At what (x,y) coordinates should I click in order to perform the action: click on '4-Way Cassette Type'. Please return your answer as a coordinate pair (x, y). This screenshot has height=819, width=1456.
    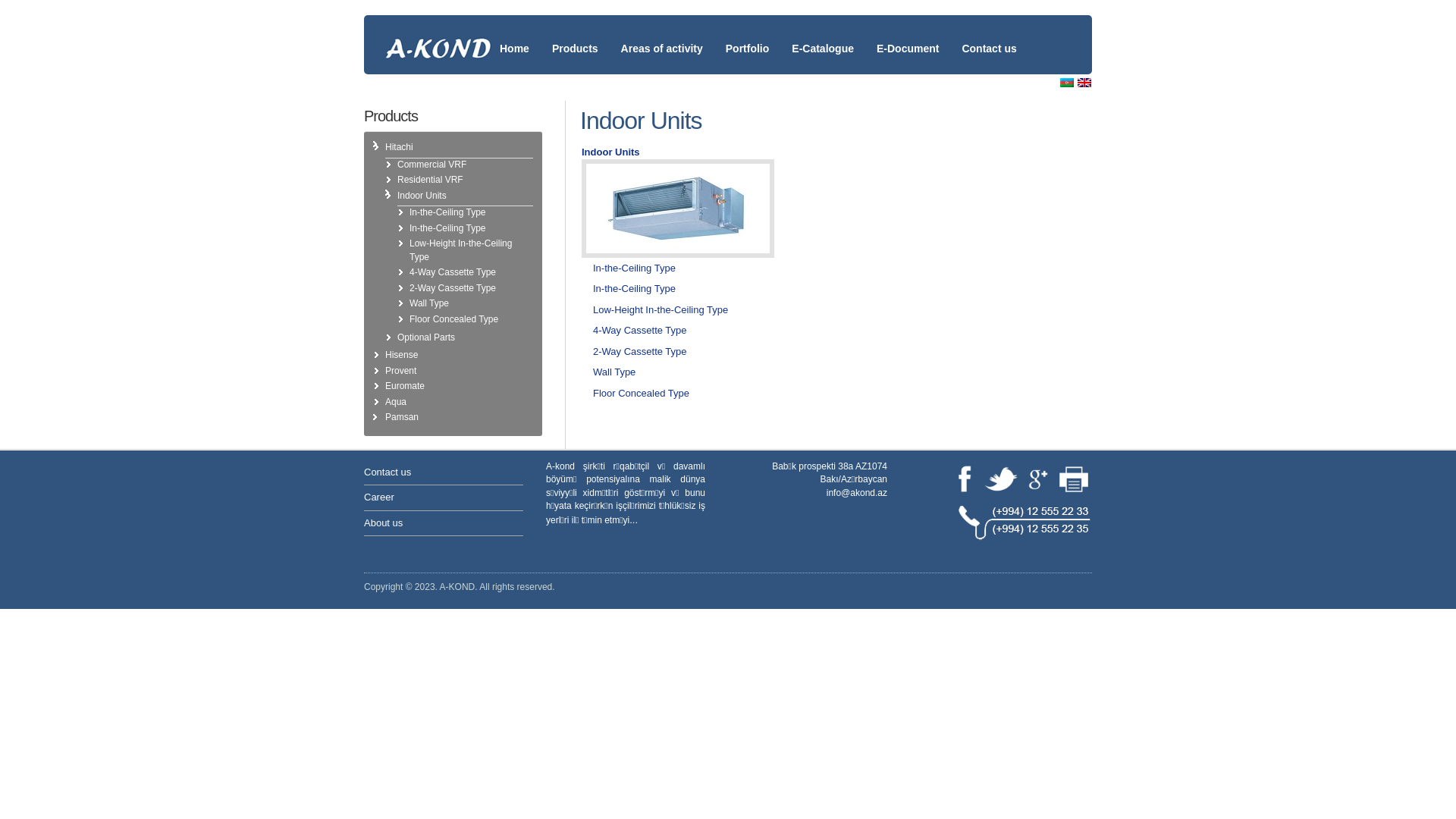
    Looking at the image, I should click on (640, 329).